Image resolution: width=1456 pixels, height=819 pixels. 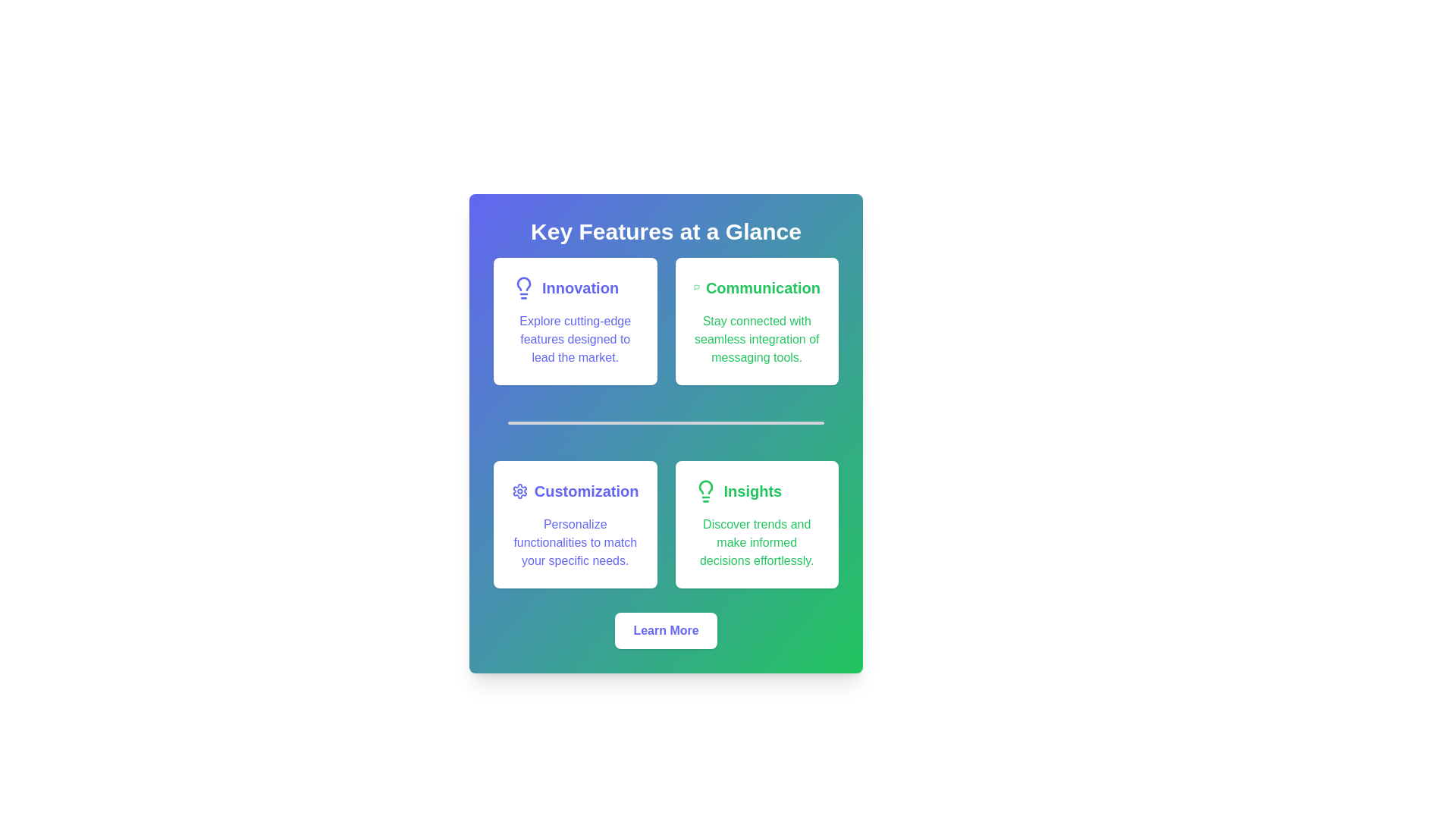 What do you see at coordinates (519, 491) in the screenshot?
I see `the customization icon located to the left of the 'Customization' text, which represents settings or personalization options` at bounding box center [519, 491].